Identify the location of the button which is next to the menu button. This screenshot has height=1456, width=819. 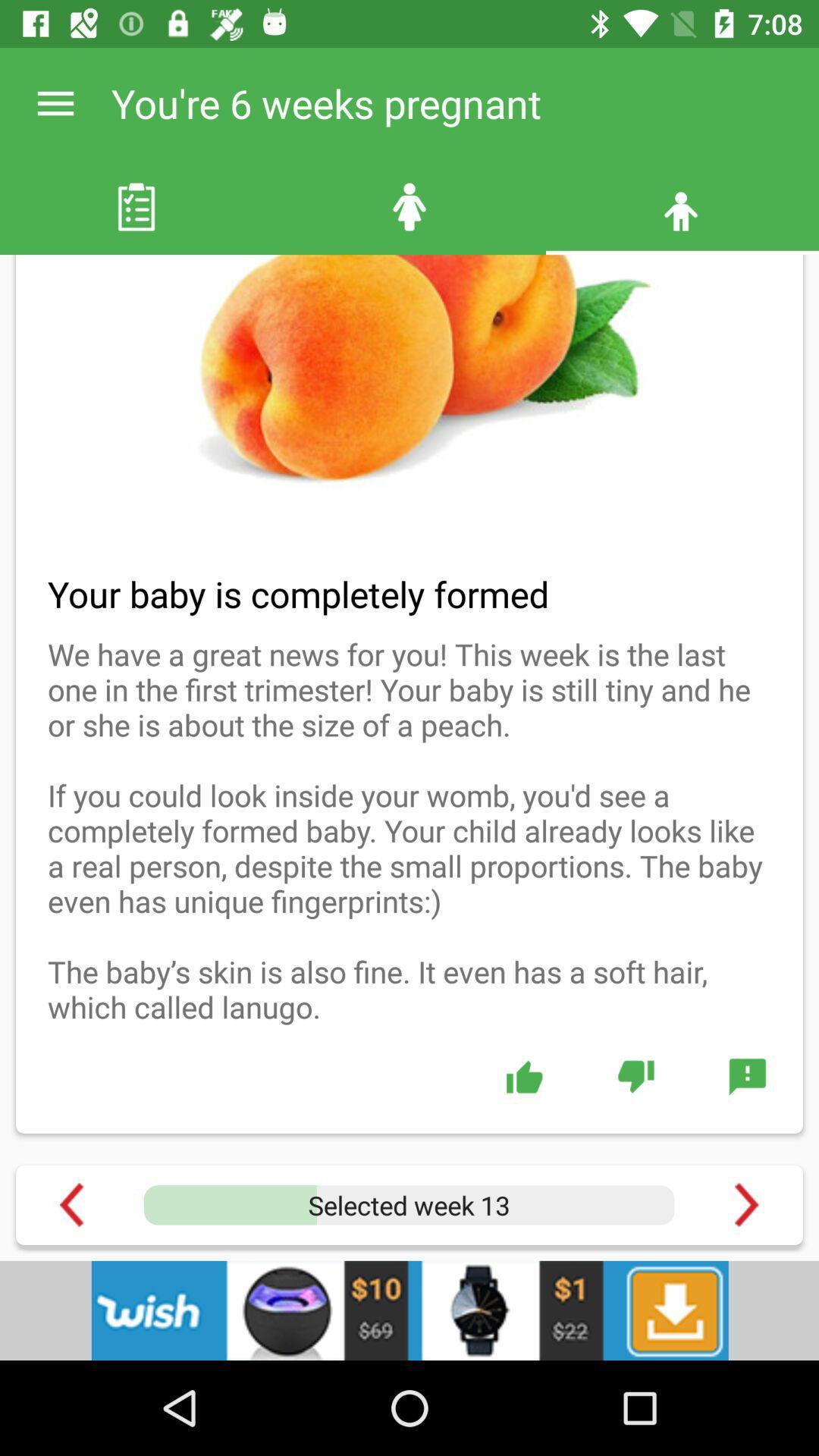
(409, 206).